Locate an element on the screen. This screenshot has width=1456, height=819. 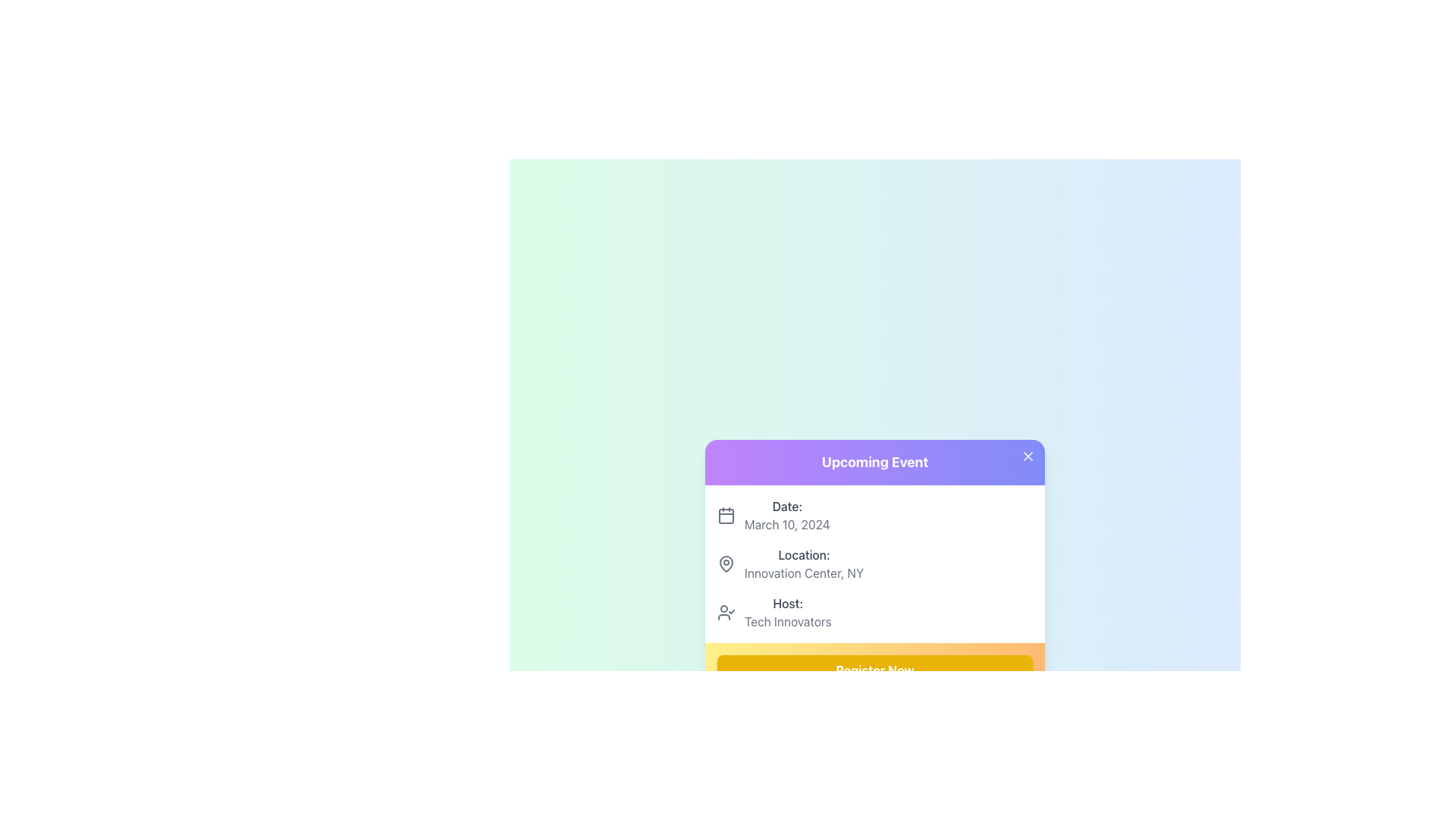
the diagonal line of the cross icon in the top-right corner of the 'Upcoming Event' card, which represents a close or cancel action is located at coordinates (1028, 455).